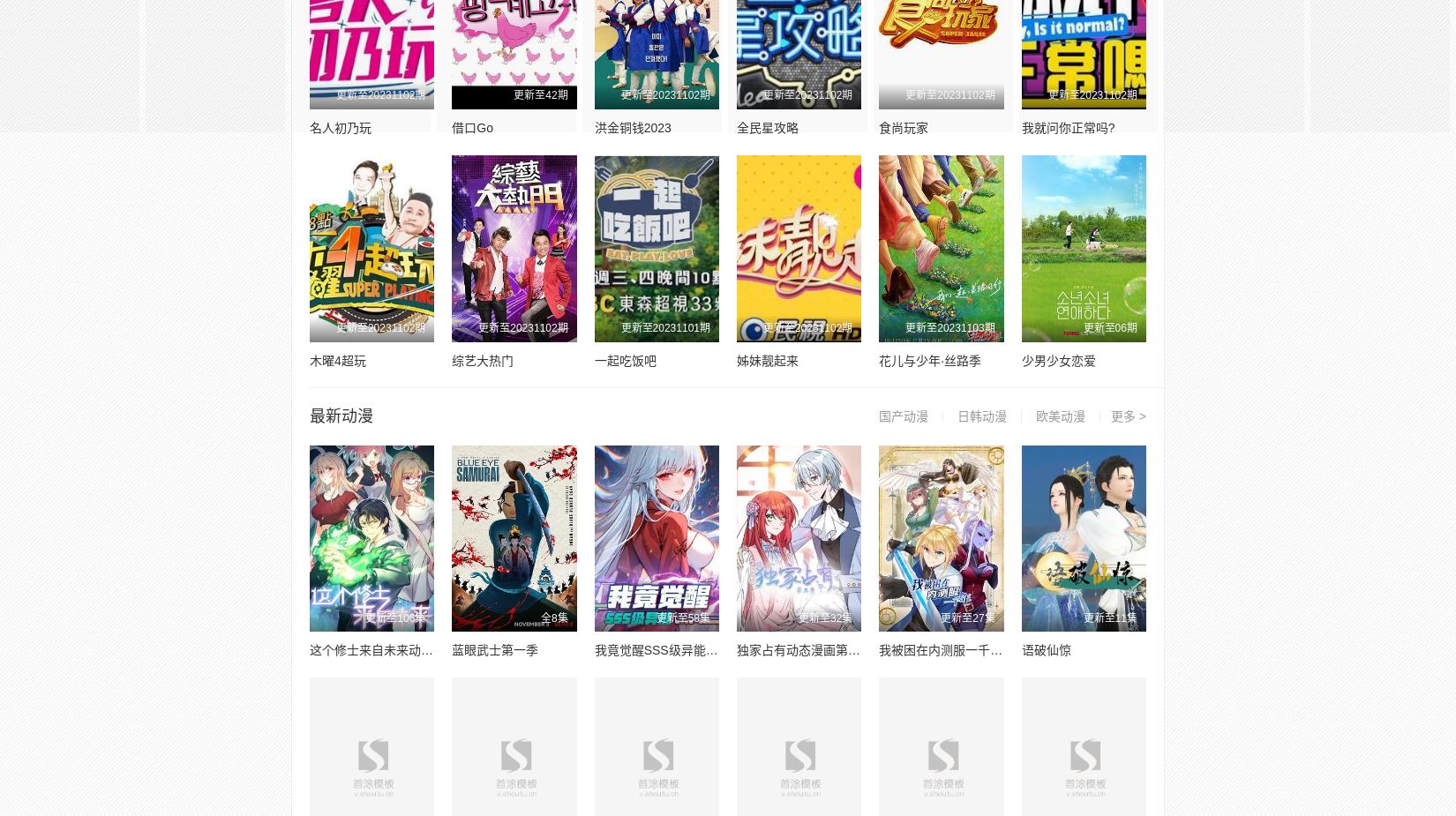  Describe the element at coordinates (394, 618) in the screenshot. I see `'更新至106集'` at that location.